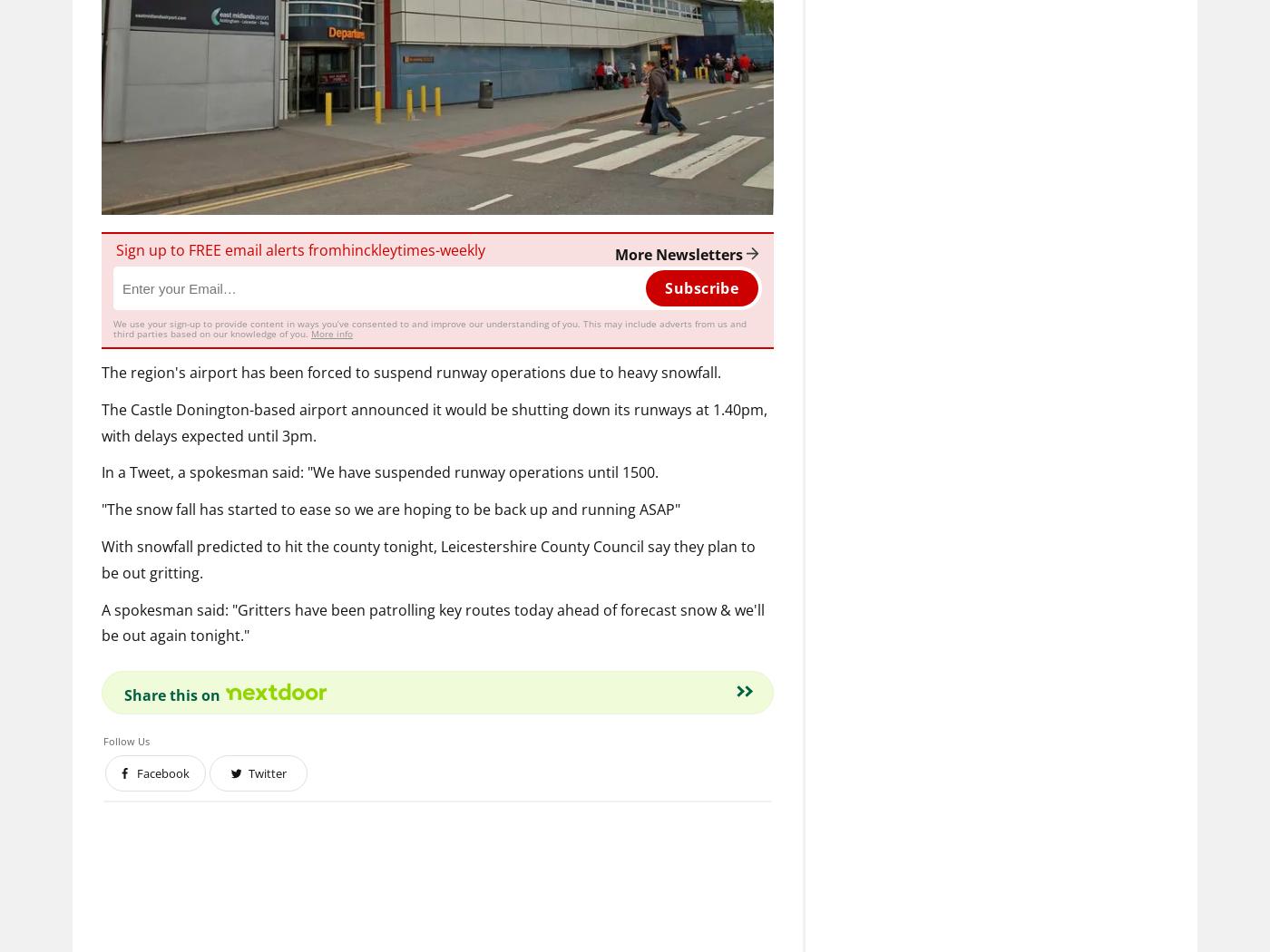 This screenshot has height=952, width=1270. Describe the element at coordinates (102, 622) in the screenshot. I see `'A spokesman said: "Gritters have been patrolling key routes today ahead of forecast snow & we'll be out again tonight."'` at that location.